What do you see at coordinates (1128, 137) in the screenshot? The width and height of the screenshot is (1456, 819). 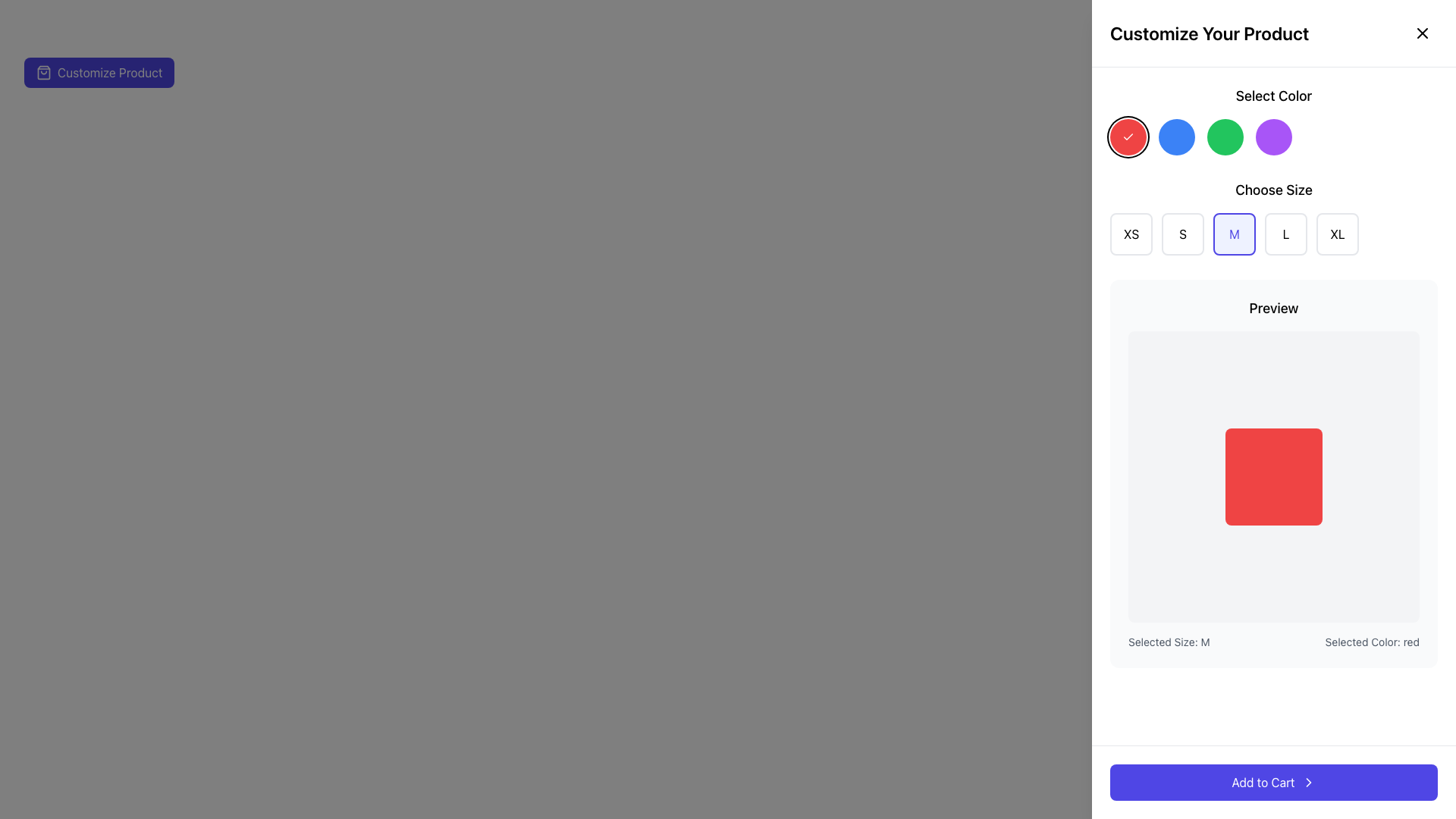 I see `the checkmark icon indicating the selected red color option within the circular button in the 'Select Color' section located in the top-right quadrant of the interface` at bounding box center [1128, 137].